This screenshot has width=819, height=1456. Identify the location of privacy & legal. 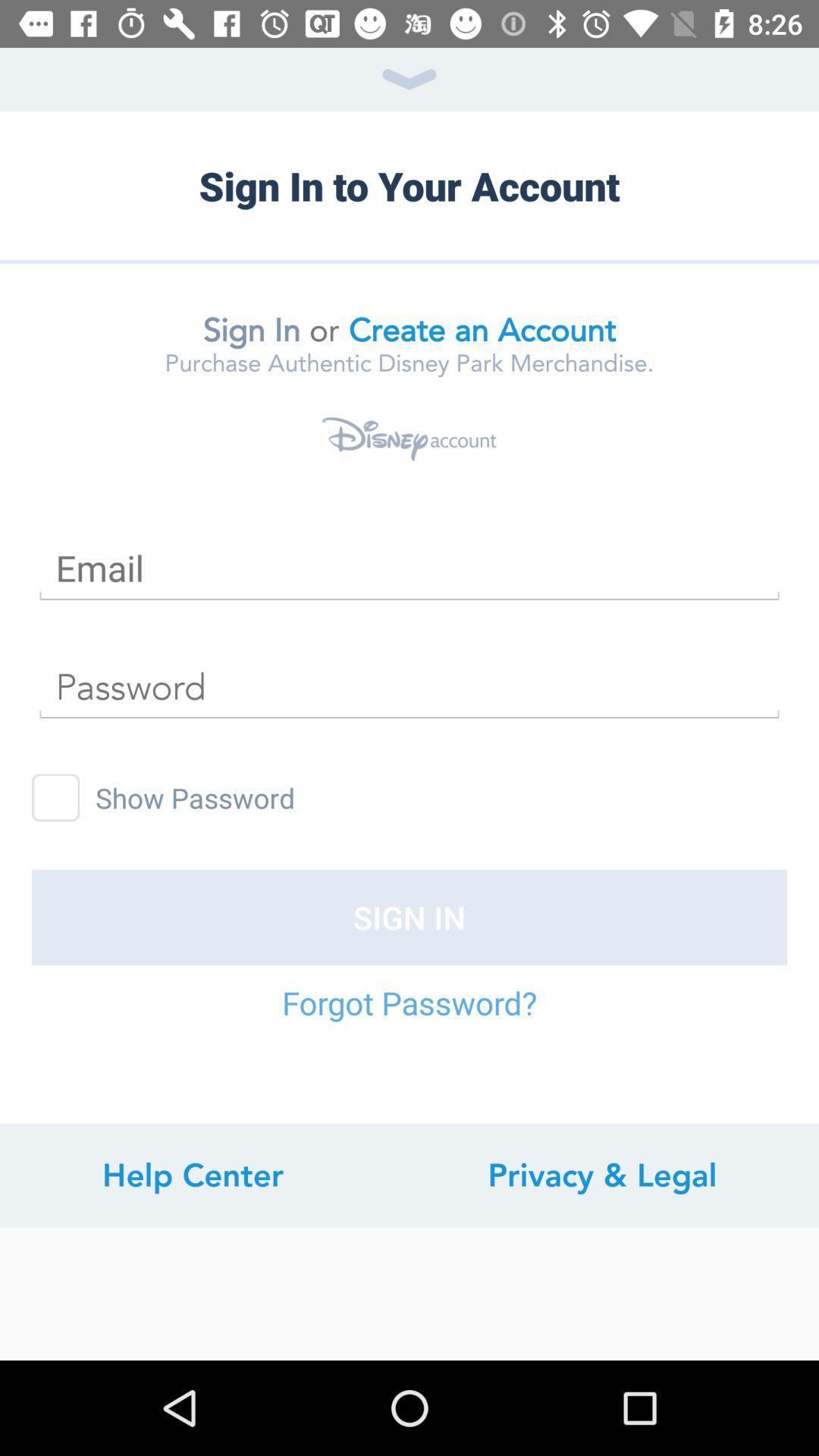
(601, 1175).